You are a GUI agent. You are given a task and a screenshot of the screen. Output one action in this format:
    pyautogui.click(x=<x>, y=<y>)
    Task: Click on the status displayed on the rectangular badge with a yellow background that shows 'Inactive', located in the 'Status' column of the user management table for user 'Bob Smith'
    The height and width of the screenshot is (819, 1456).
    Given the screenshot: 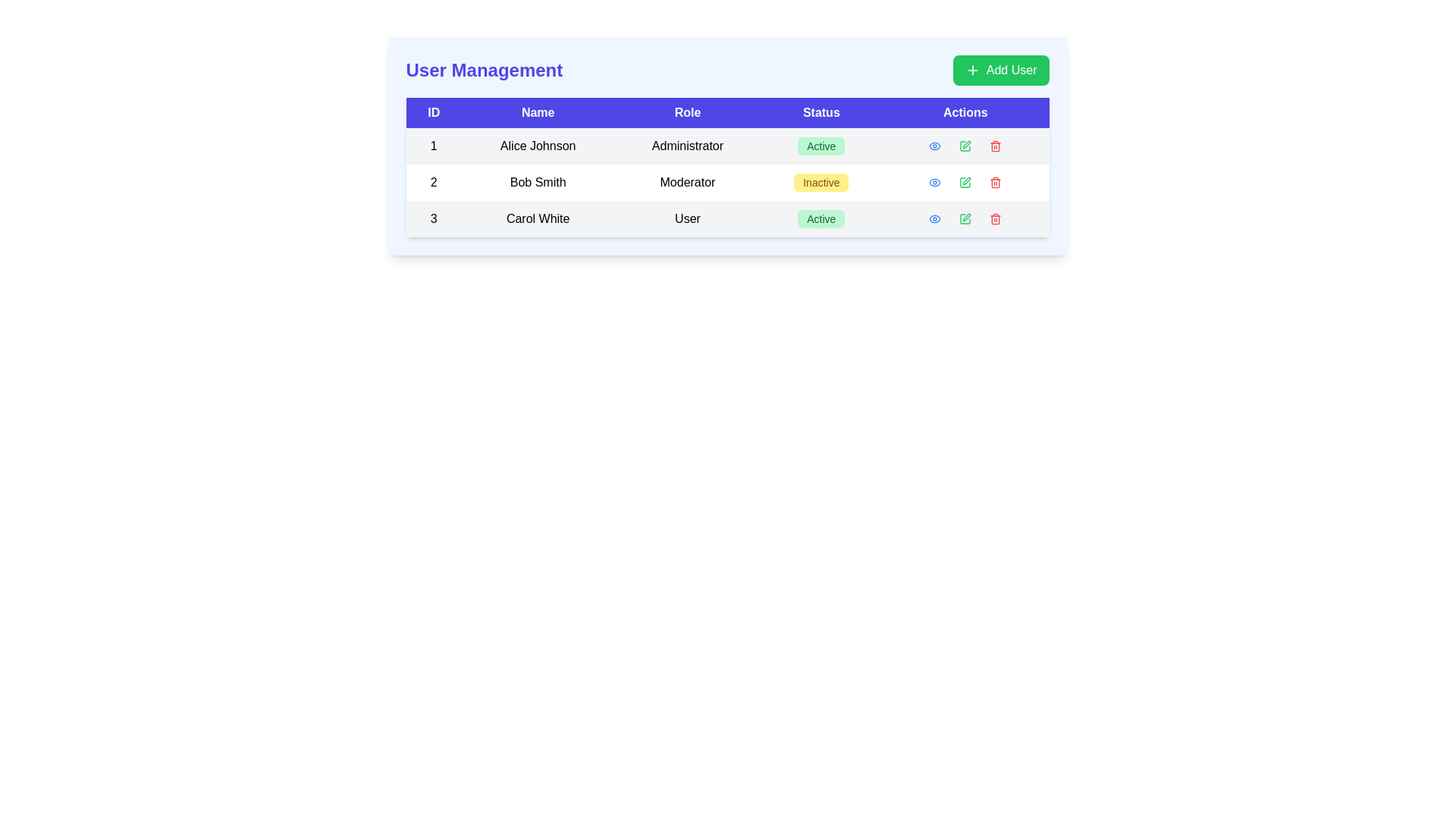 What is the action you would take?
    pyautogui.click(x=821, y=181)
    